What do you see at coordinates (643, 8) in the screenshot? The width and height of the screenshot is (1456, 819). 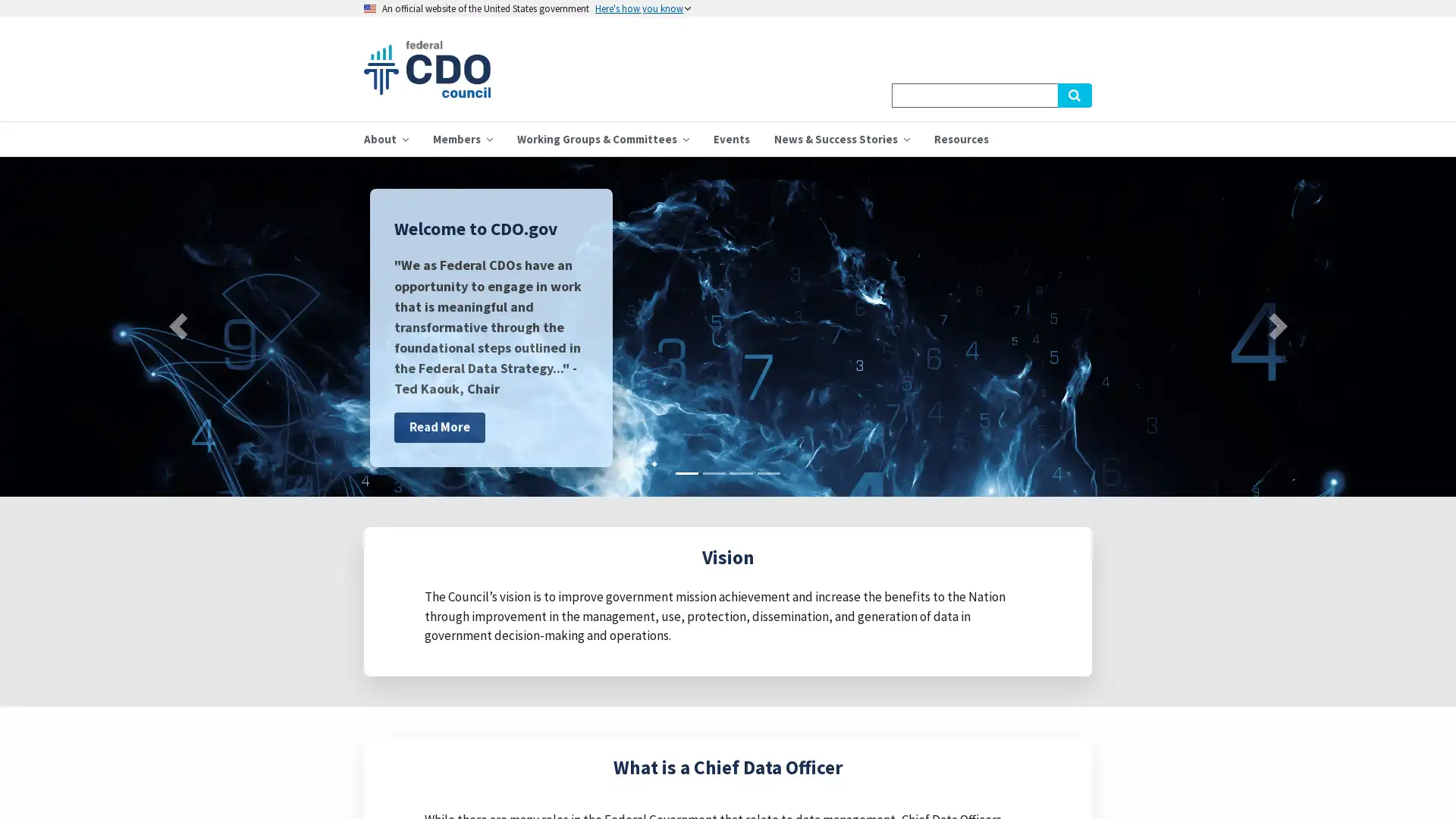 I see `Here's how you know` at bounding box center [643, 8].